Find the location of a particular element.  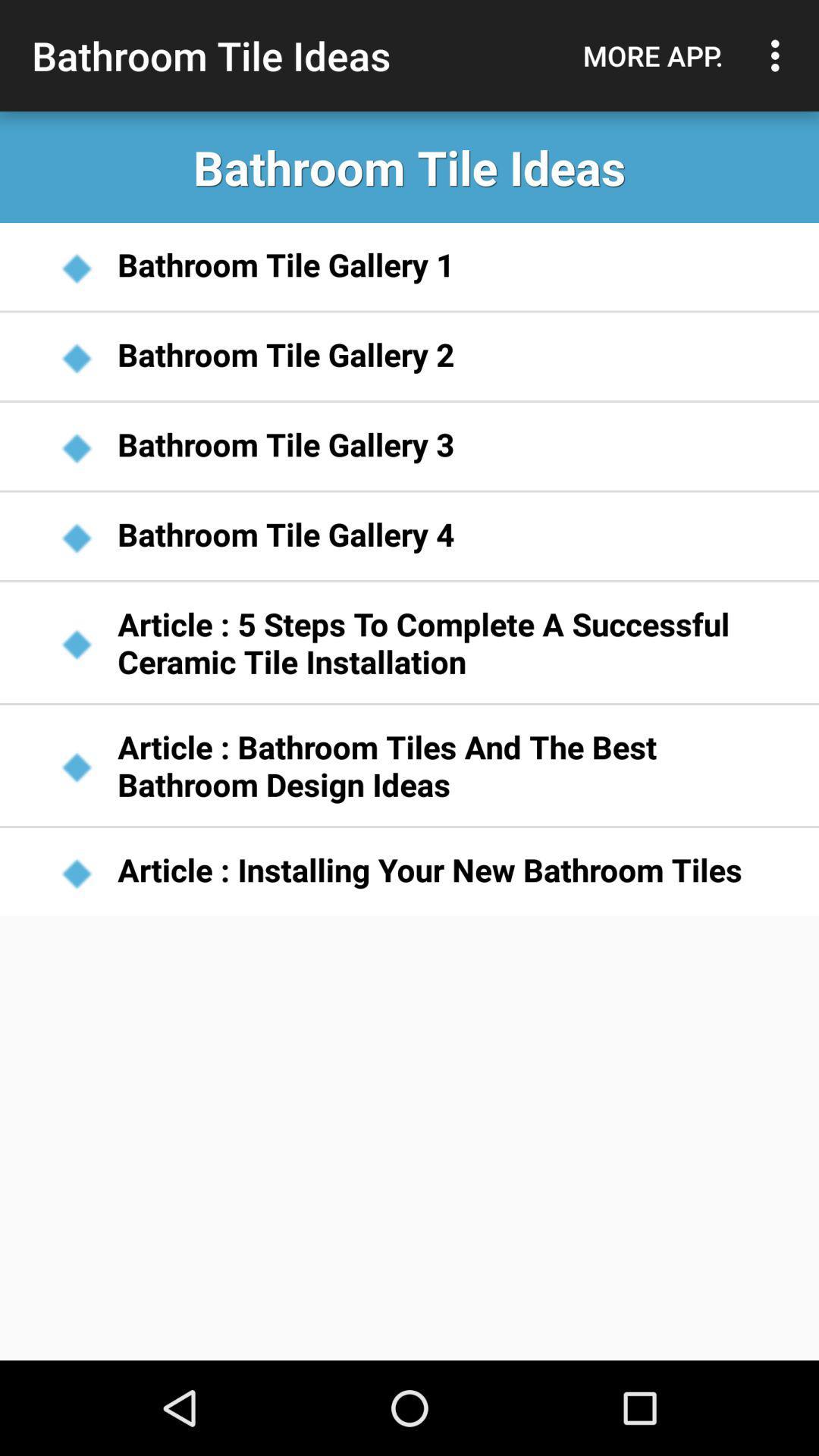

the icon next to the more app. item is located at coordinates (779, 55).